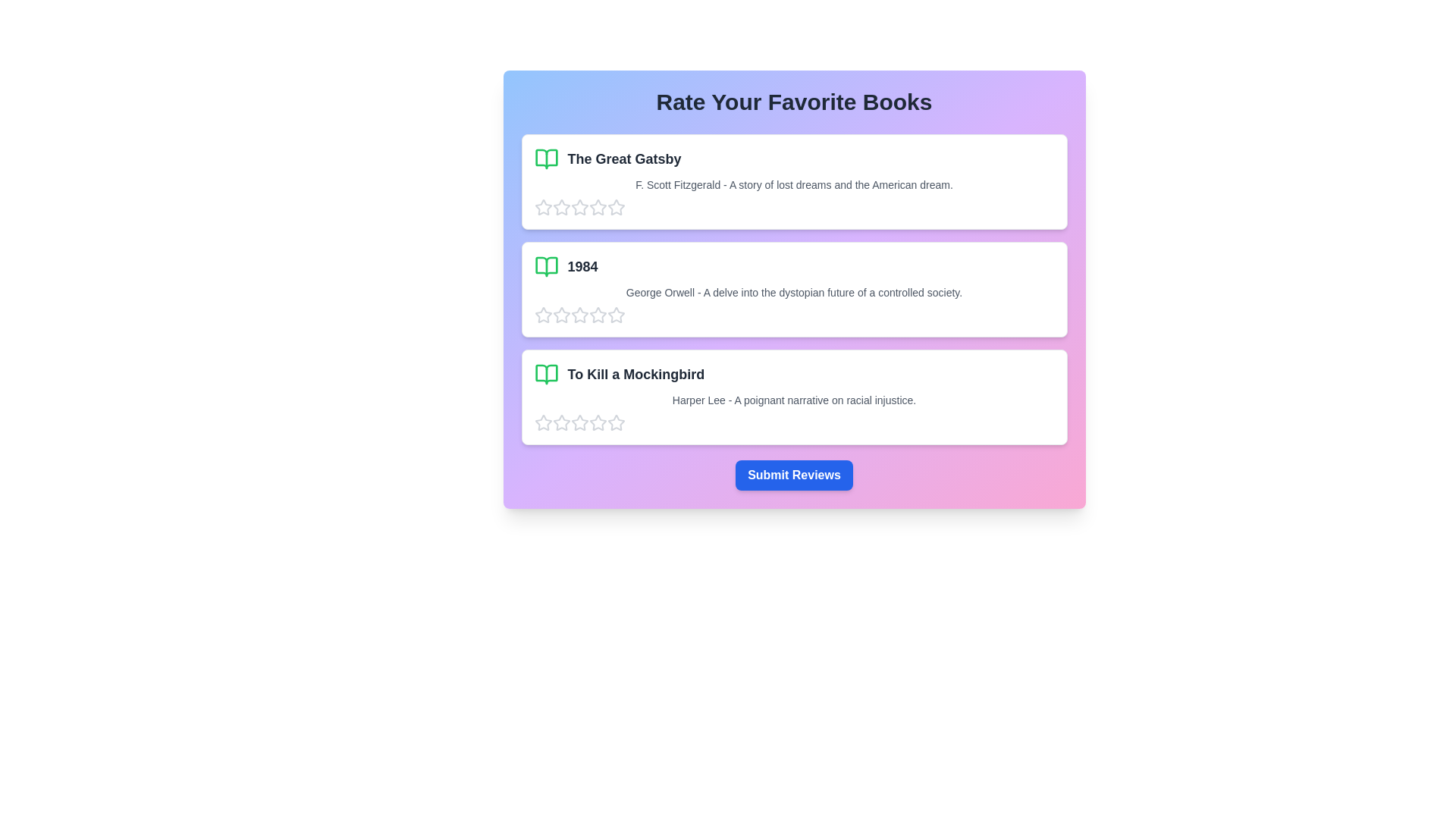  What do you see at coordinates (579, 315) in the screenshot?
I see `the star corresponding to 3 for the book titled 1984` at bounding box center [579, 315].